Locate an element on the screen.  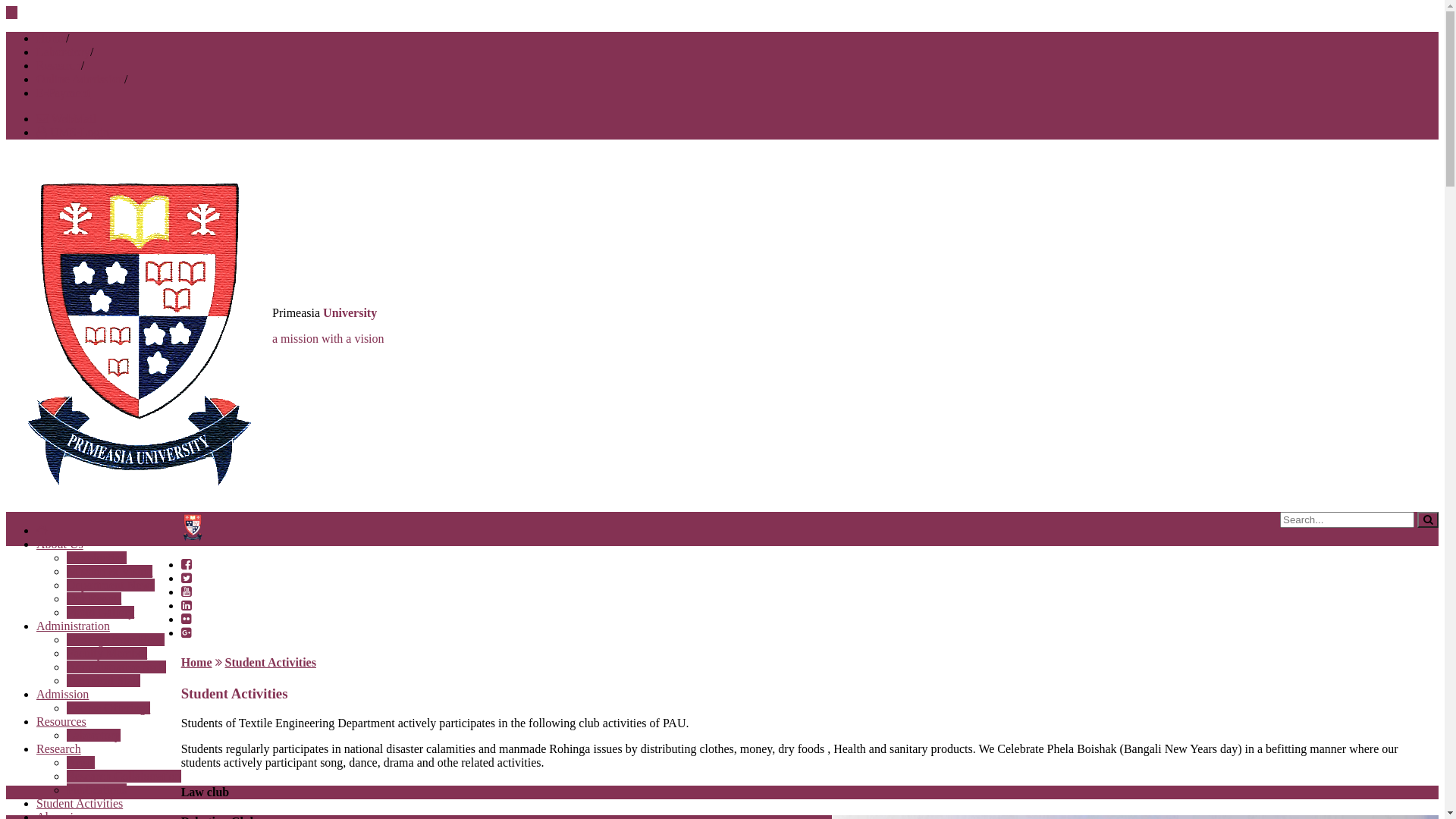
'Introduction' is located at coordinates (65, 557).